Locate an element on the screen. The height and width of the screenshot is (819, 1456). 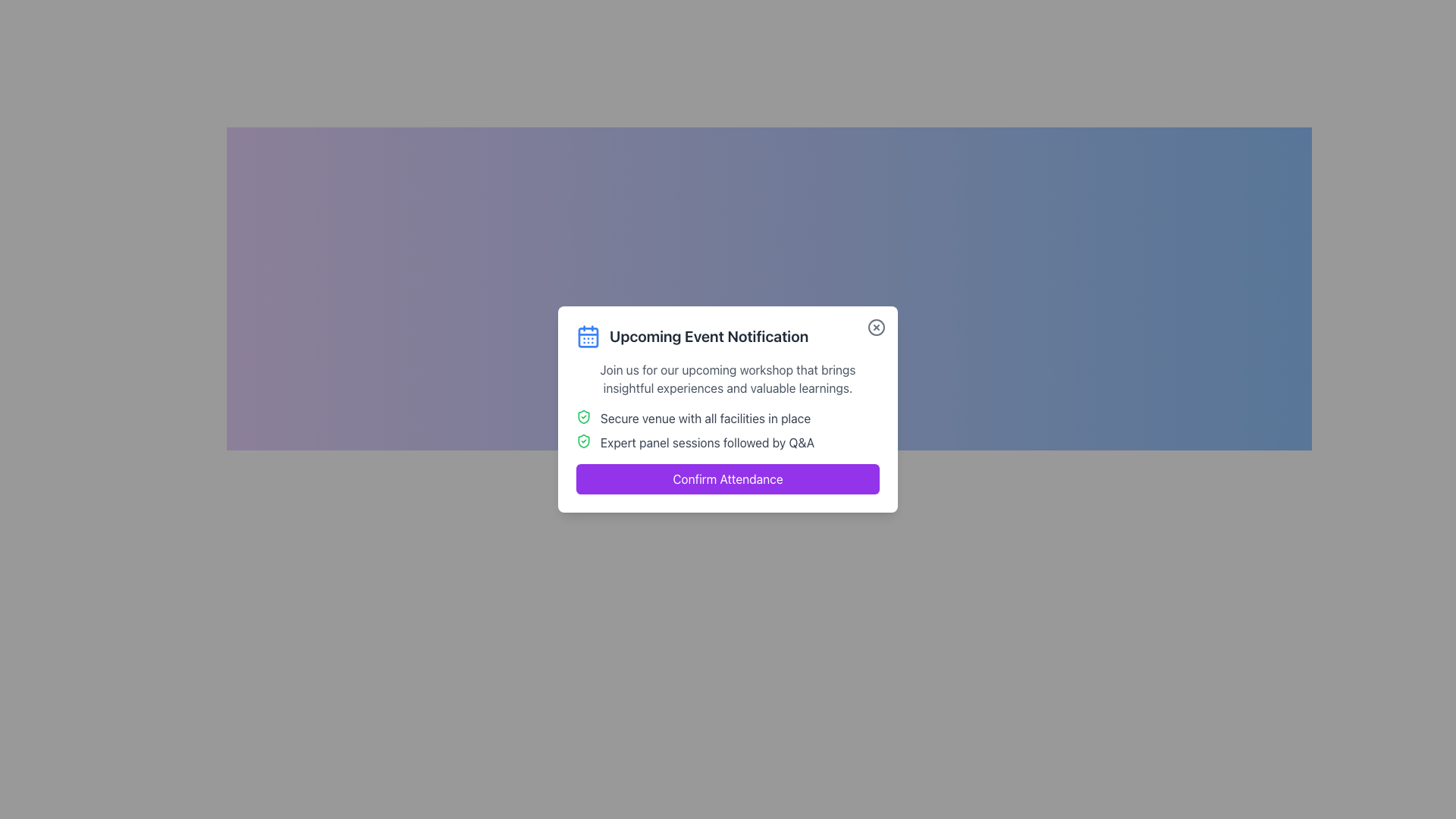
the circular graphical element that is part of the close button located in the upper-right corner of the modal dialog box is located at coordinates (877, 327).